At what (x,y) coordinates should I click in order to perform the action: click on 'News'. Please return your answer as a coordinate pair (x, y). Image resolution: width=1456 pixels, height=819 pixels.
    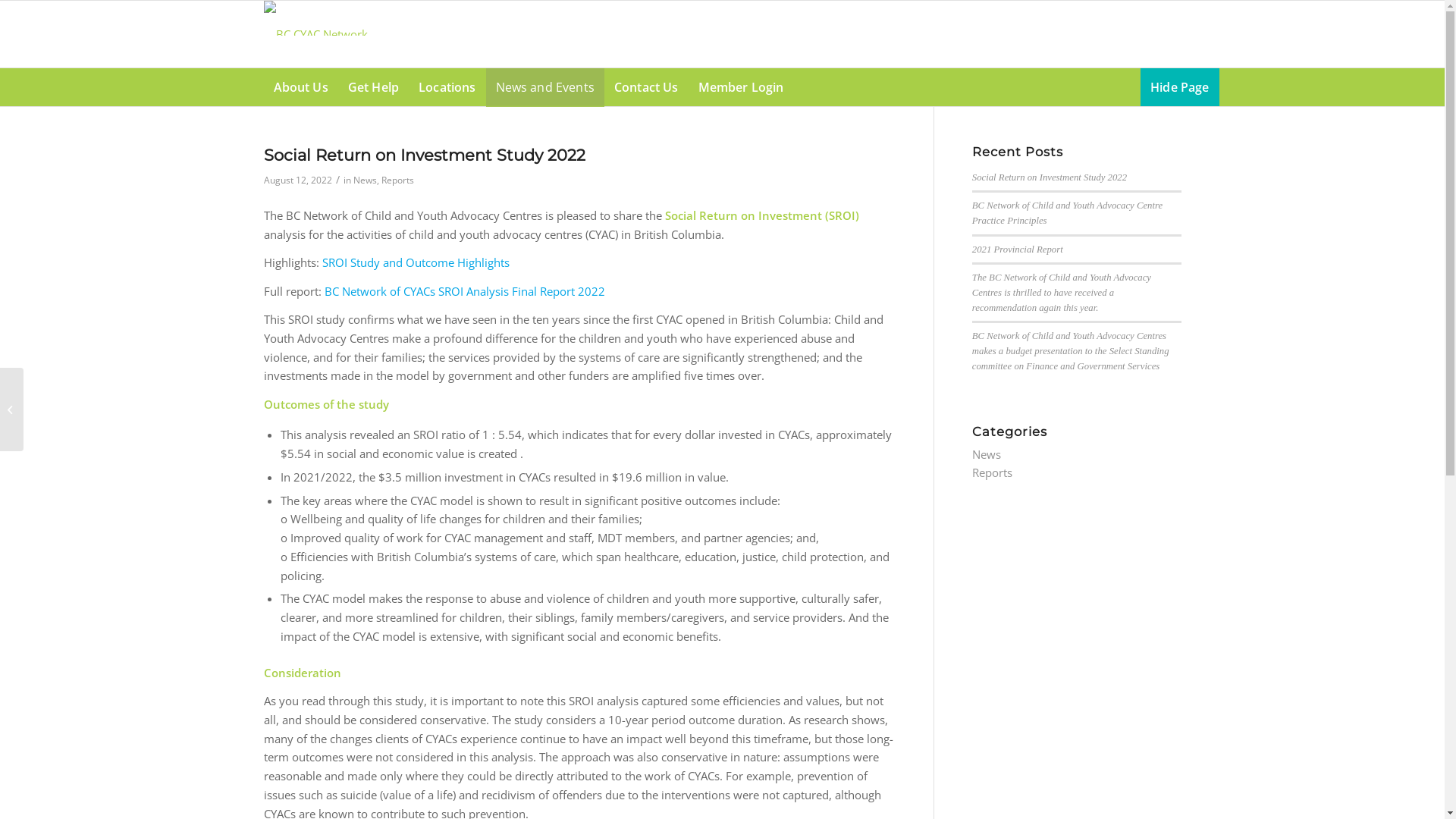
    Looking at the image, I should click on (365, 179).